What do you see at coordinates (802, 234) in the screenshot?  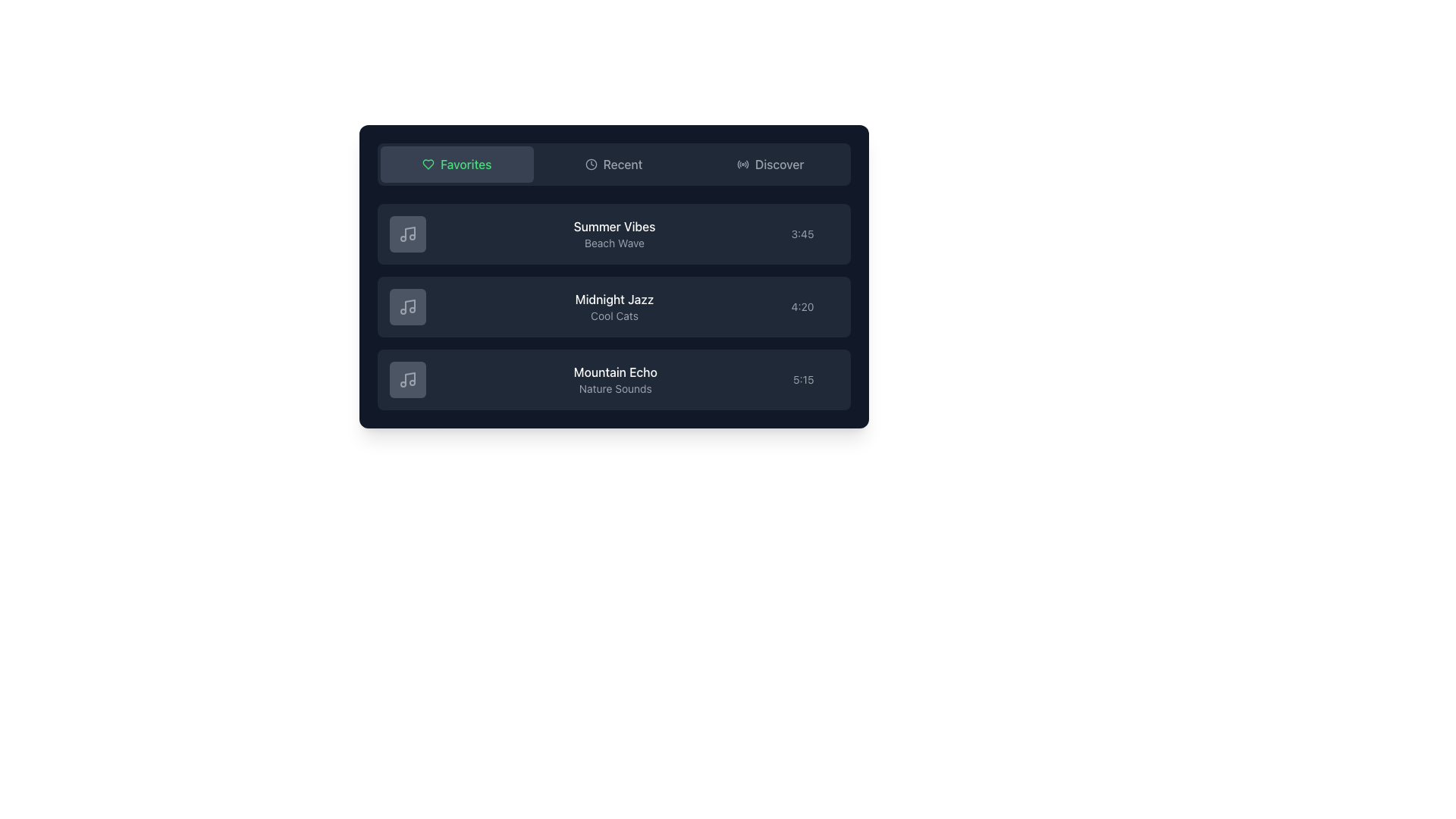 I see `the text label displaying the duration of the associated item in the top-right corner of the first row in the vertical list structure` at bounding box center [802, 234].